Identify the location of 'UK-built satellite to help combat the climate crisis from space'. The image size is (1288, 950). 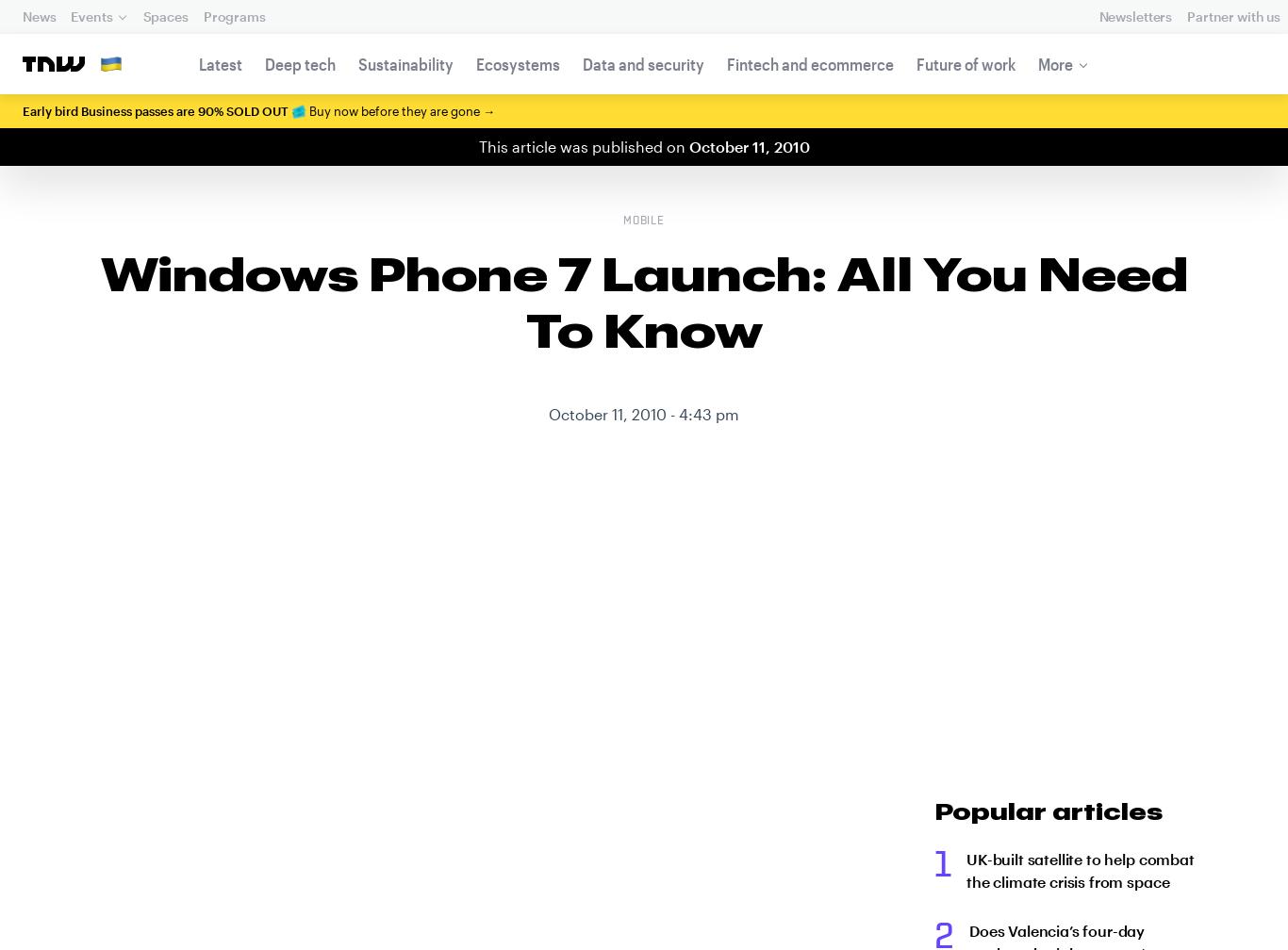
(966, 870).